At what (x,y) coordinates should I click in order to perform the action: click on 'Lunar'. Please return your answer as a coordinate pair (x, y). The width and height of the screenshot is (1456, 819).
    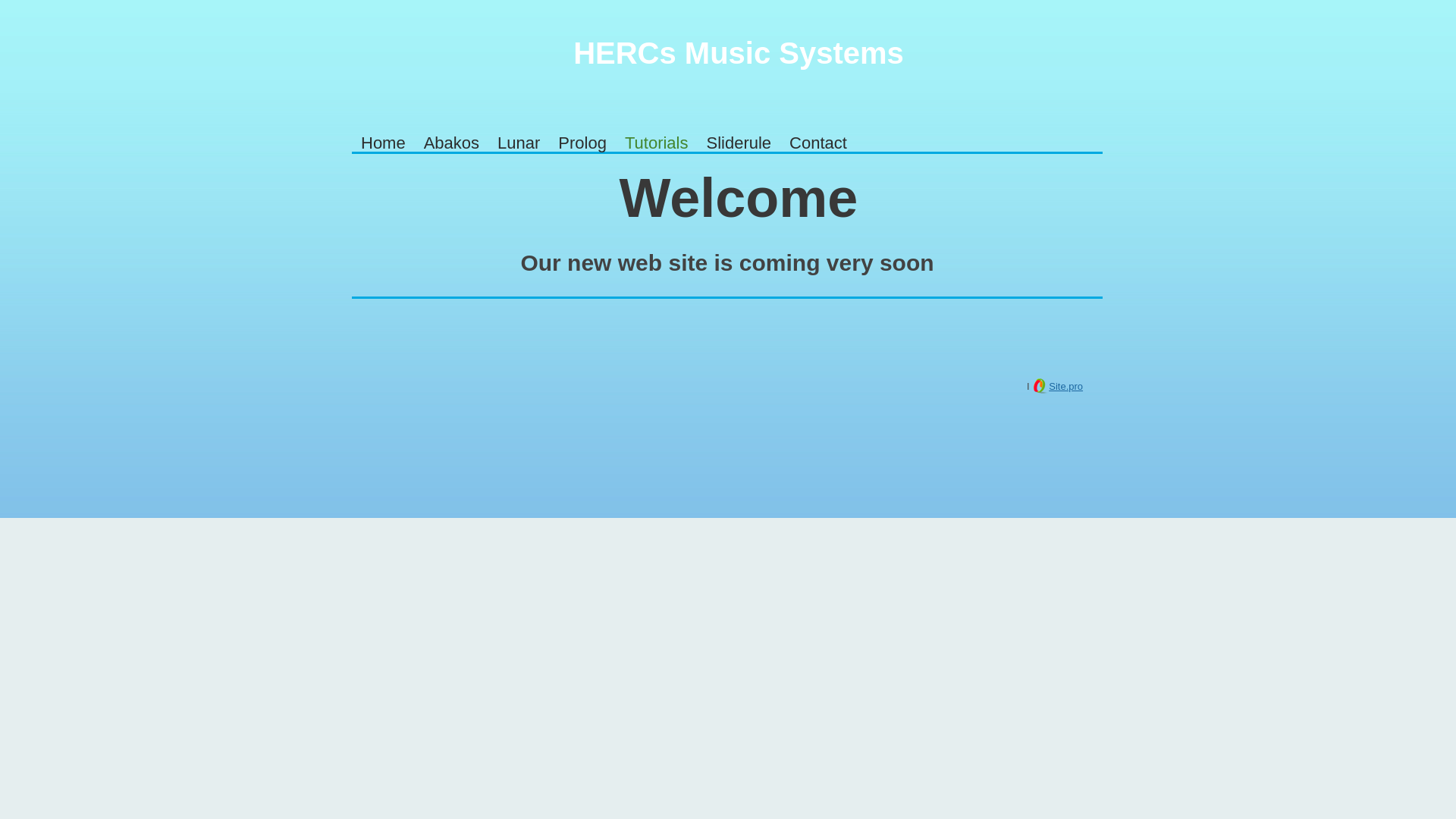
    Looking at the image, I should click on (495, 143).